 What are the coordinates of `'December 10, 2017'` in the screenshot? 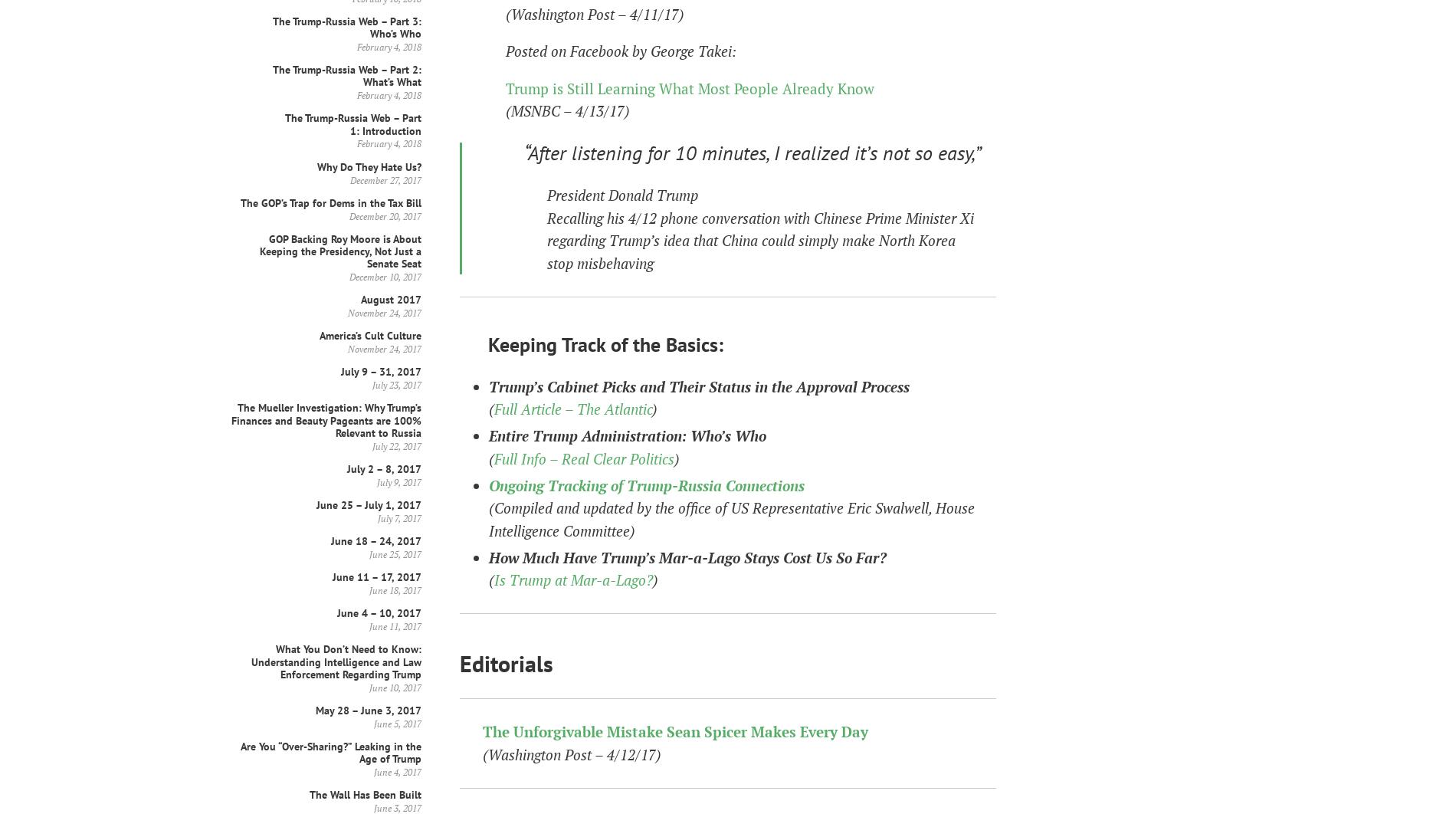 It's located at (385, 276).